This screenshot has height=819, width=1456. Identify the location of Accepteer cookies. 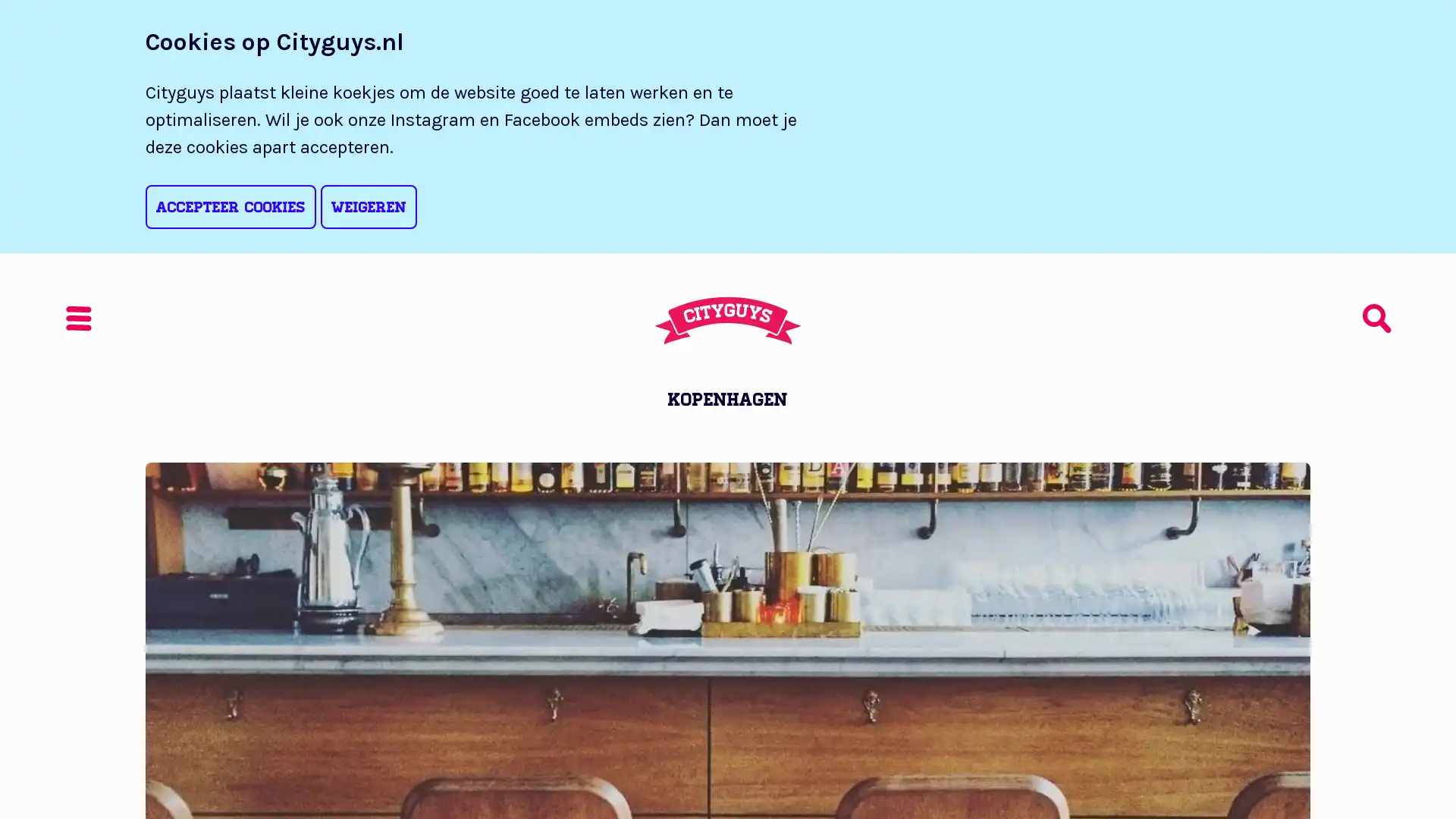
(230, 207).